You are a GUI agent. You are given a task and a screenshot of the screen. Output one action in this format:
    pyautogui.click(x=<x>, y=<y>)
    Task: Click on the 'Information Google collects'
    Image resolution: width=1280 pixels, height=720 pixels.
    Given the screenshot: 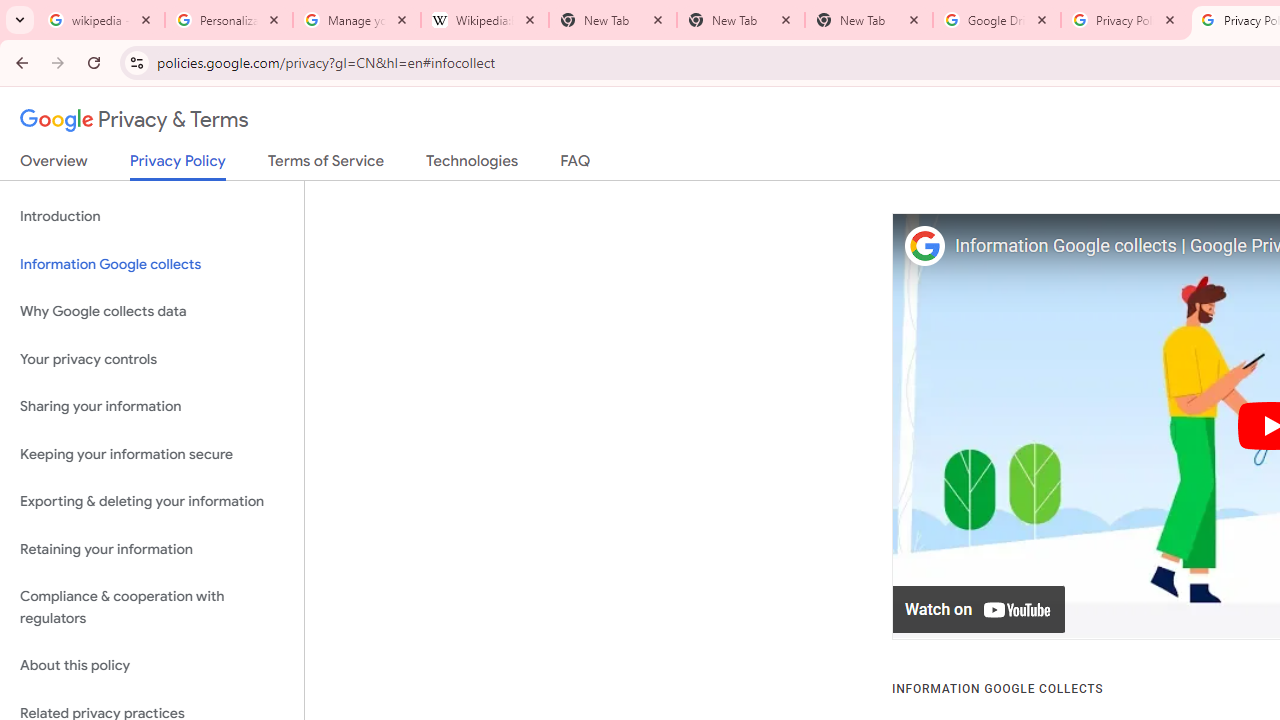 What is the action you would take?
    pyautogui.click(x=151, y=263)
    